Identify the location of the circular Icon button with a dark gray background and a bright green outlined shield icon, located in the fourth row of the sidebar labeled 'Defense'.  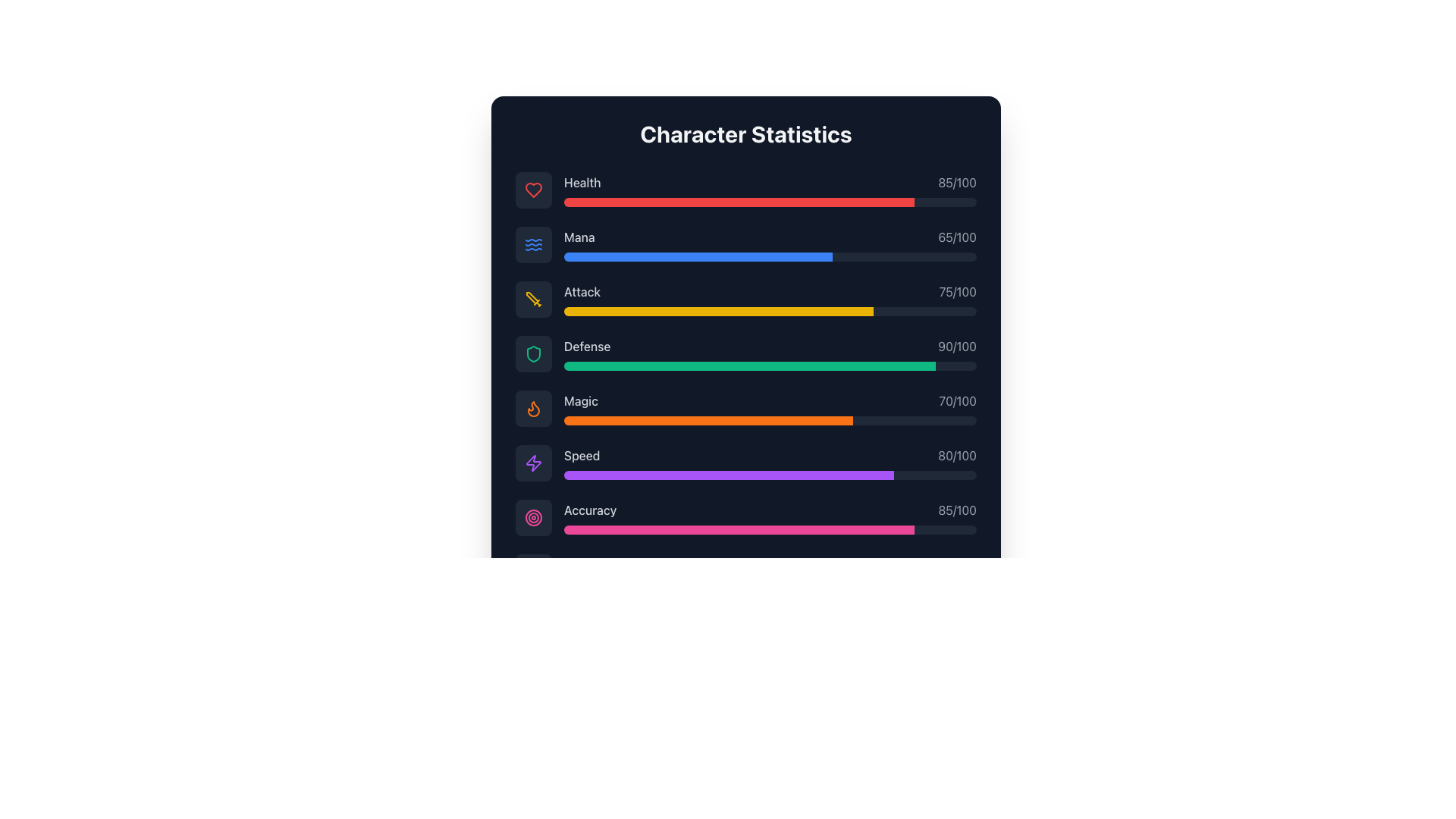
(534, 353).